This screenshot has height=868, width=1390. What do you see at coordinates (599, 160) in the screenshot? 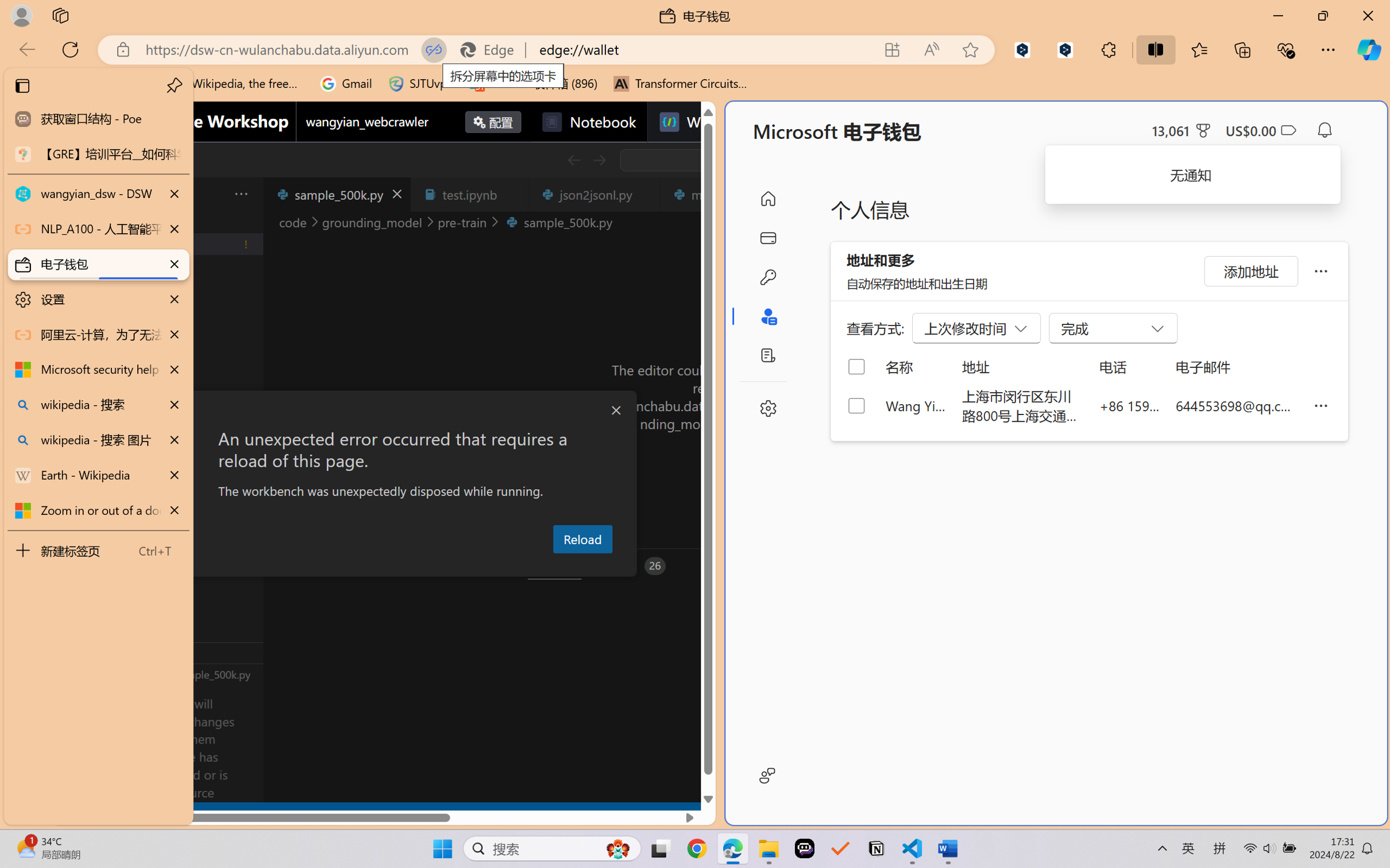
I see `'Go Forward (Alt+RightArrow)'` at bounding box center [599, 160].